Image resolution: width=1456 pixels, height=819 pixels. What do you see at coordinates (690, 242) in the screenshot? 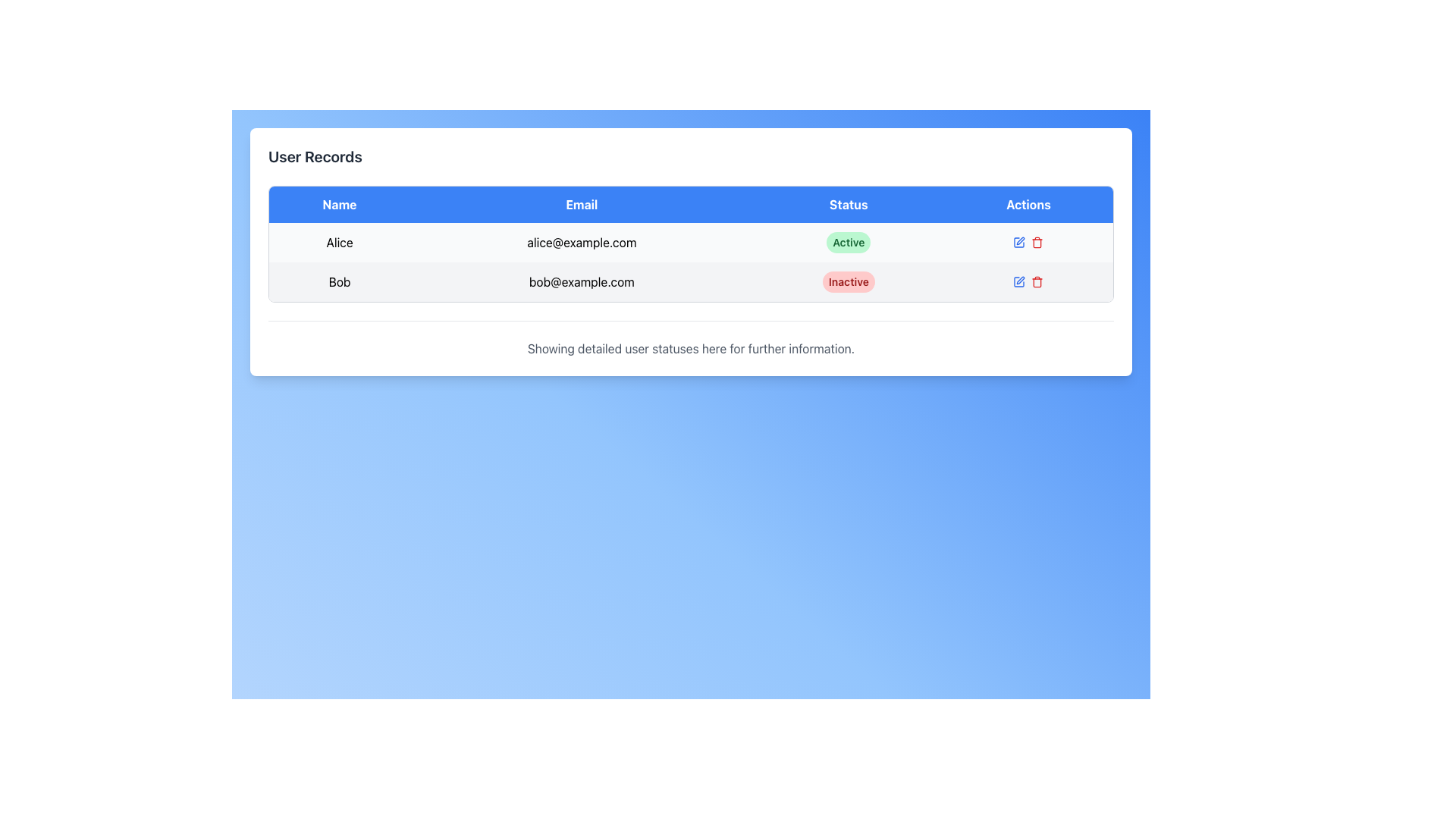
I see `the first user information row in the data table that displays user data including name, email, and account status` at bounding box center [690, 242].